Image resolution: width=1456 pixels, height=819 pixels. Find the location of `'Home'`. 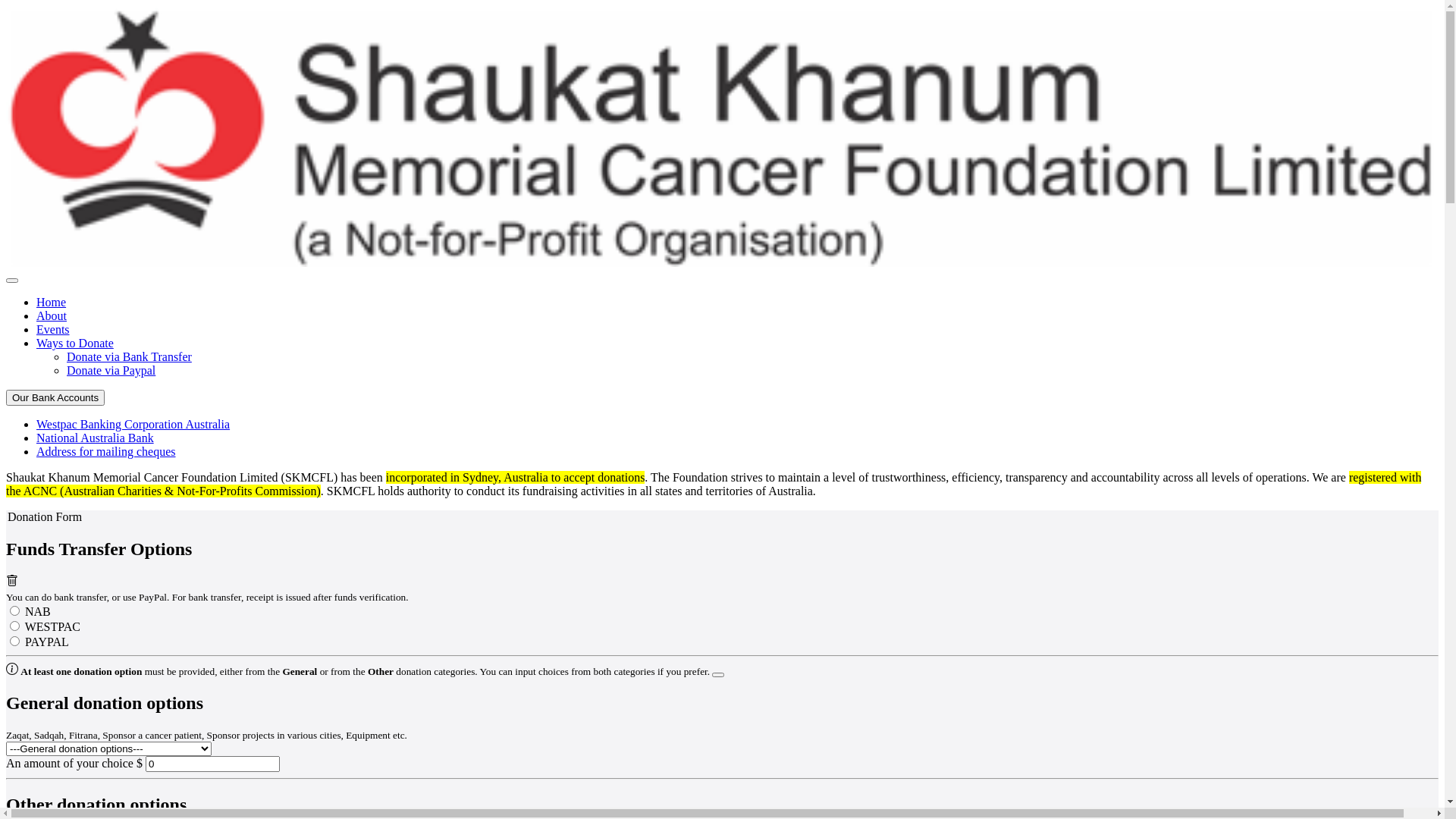

'Home' is located at coordinates (51, 302).